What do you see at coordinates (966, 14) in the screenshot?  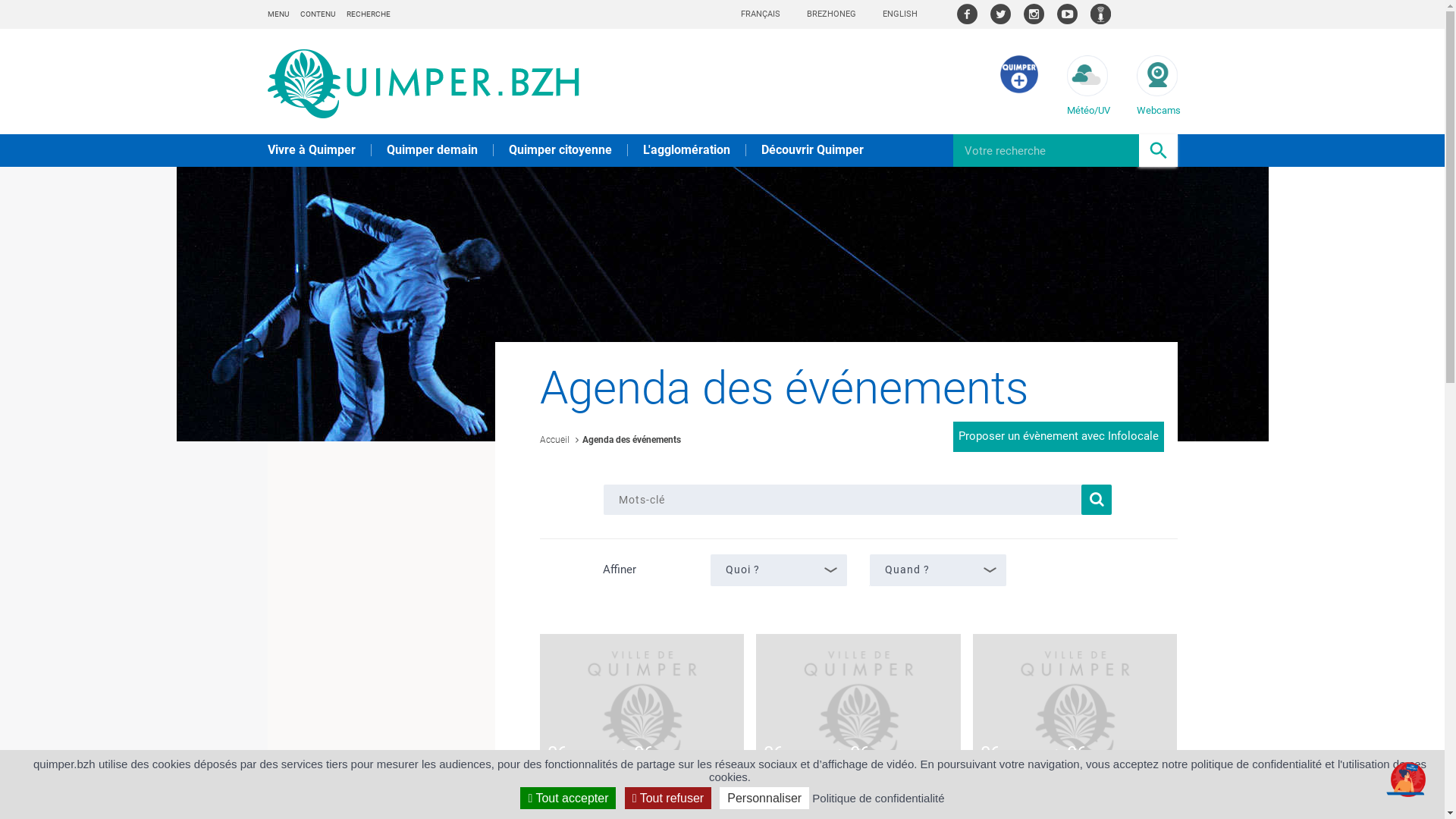 I see `'FACEBOOK'` at bounding box center [966, 14].